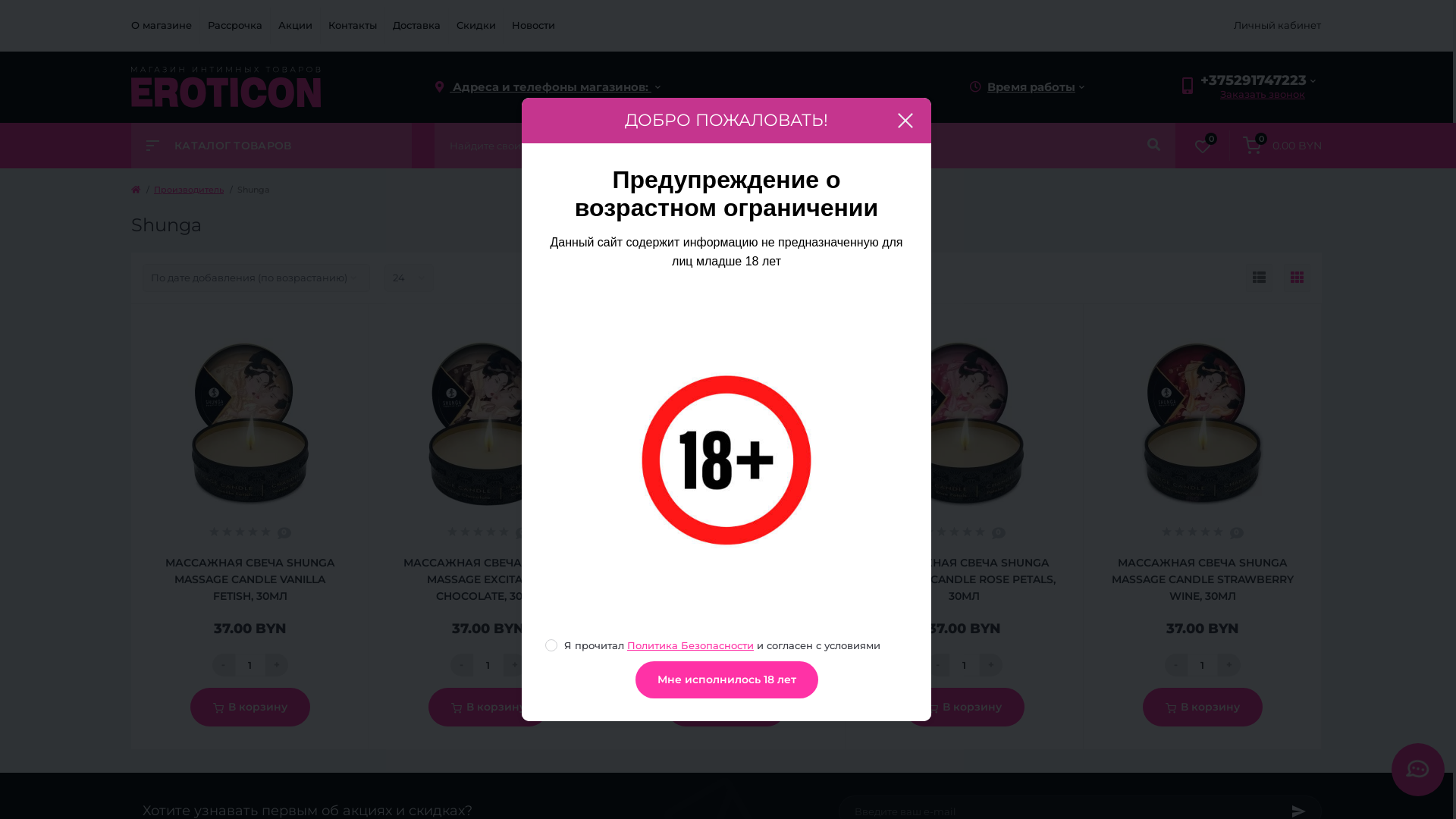 Image resolution: width=1456 pixels, height=819 pixels. I want to click on '+', so click(753, 664).